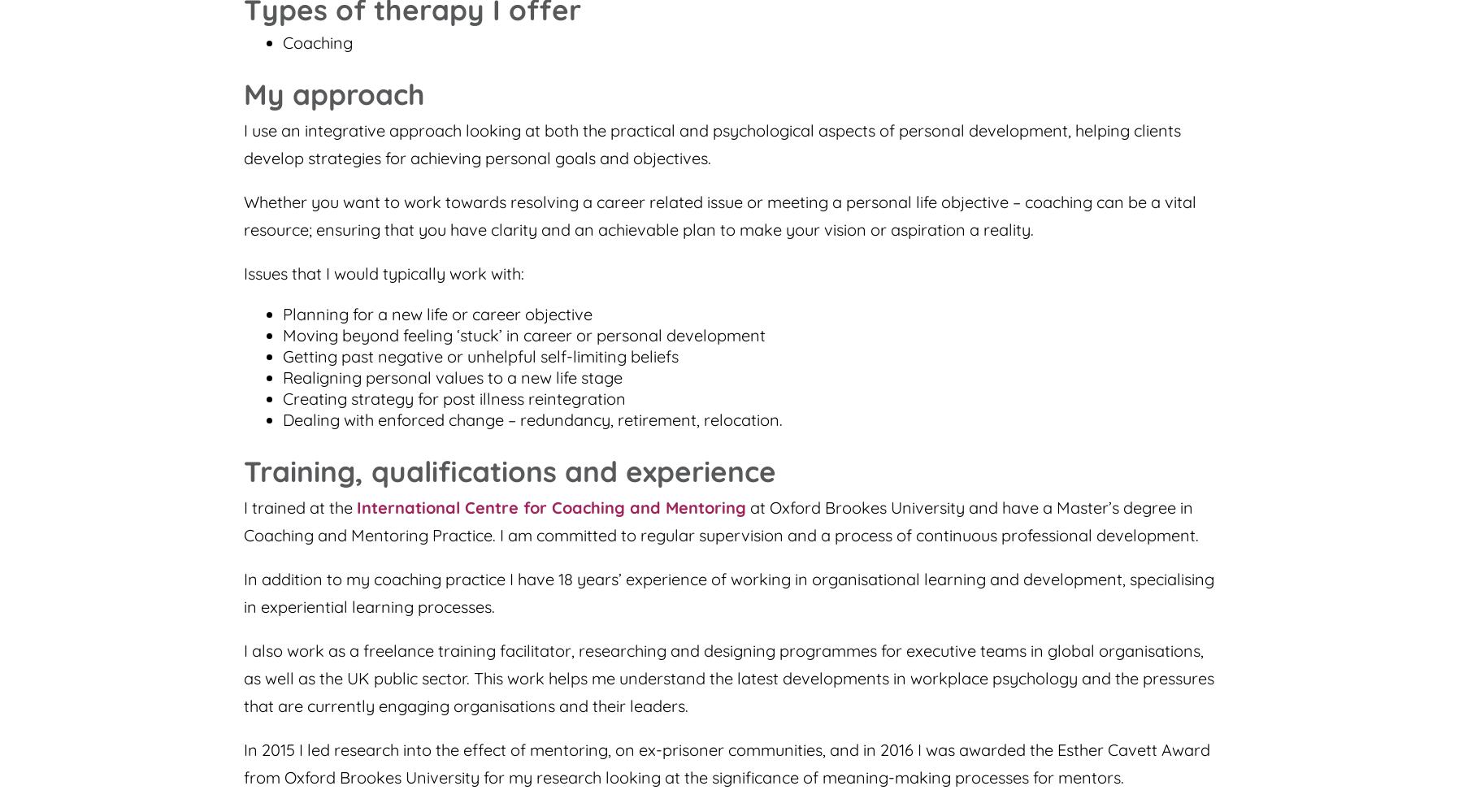 This screenshot has height=812, width=1463. What do you see at coordinates (454, 398) in the screenshot?
I see `'Creating strategy for post illness reintegration'` at bounding box center [454, 398].